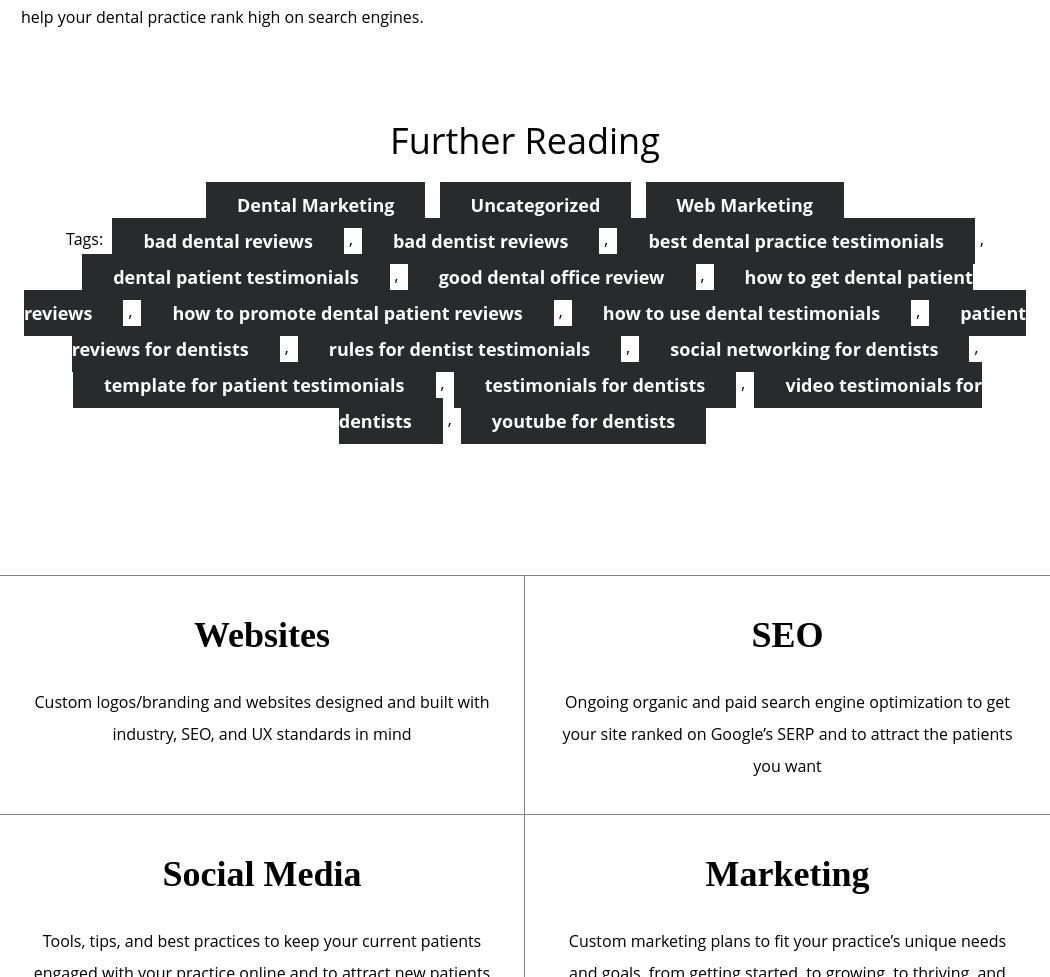 This screenshot has width=1050, height=977. I want to click on 'social networking for dentists', so click(802, 348).